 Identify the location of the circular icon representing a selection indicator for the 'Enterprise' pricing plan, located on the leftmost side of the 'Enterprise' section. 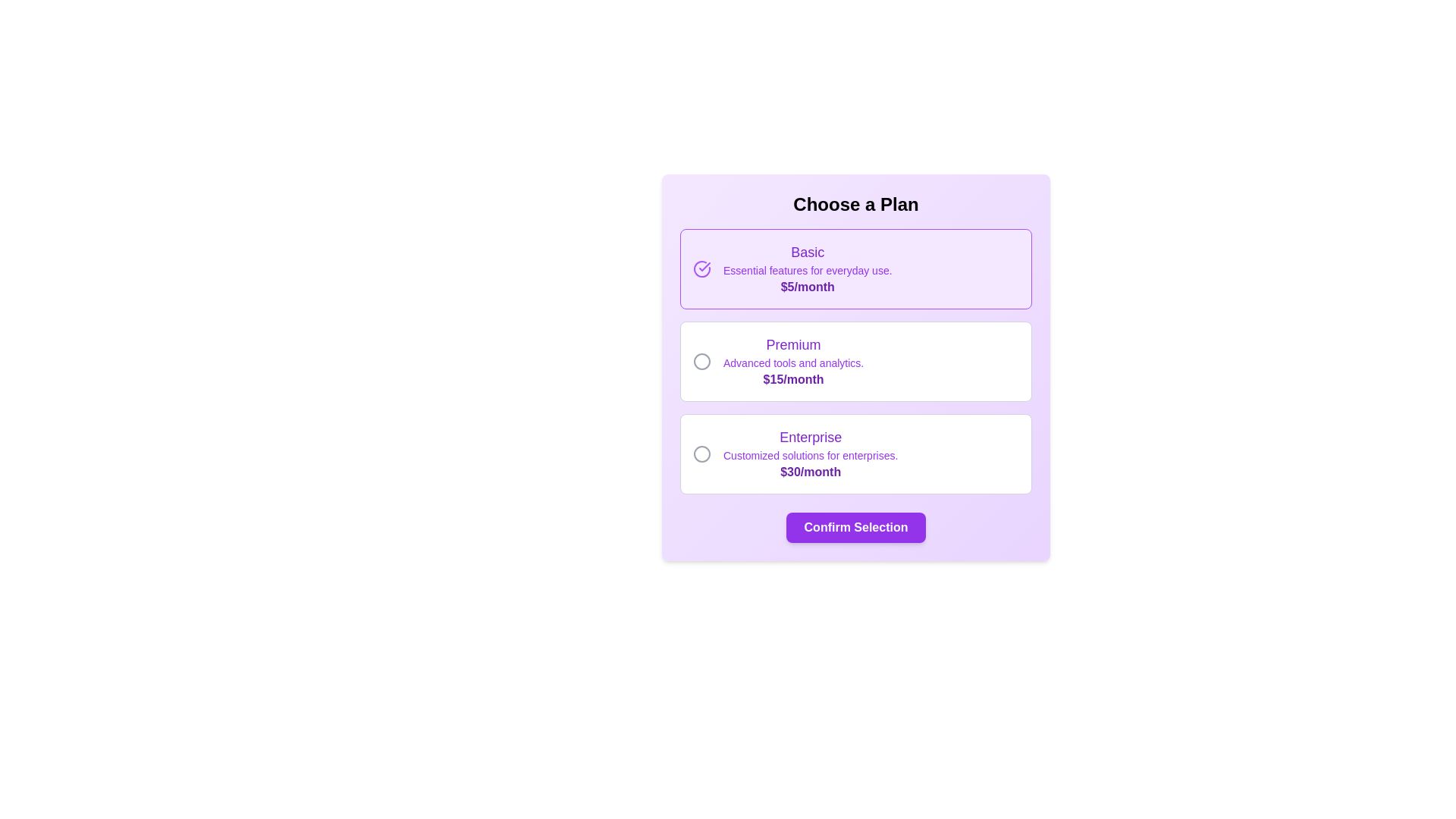
(701, 453).